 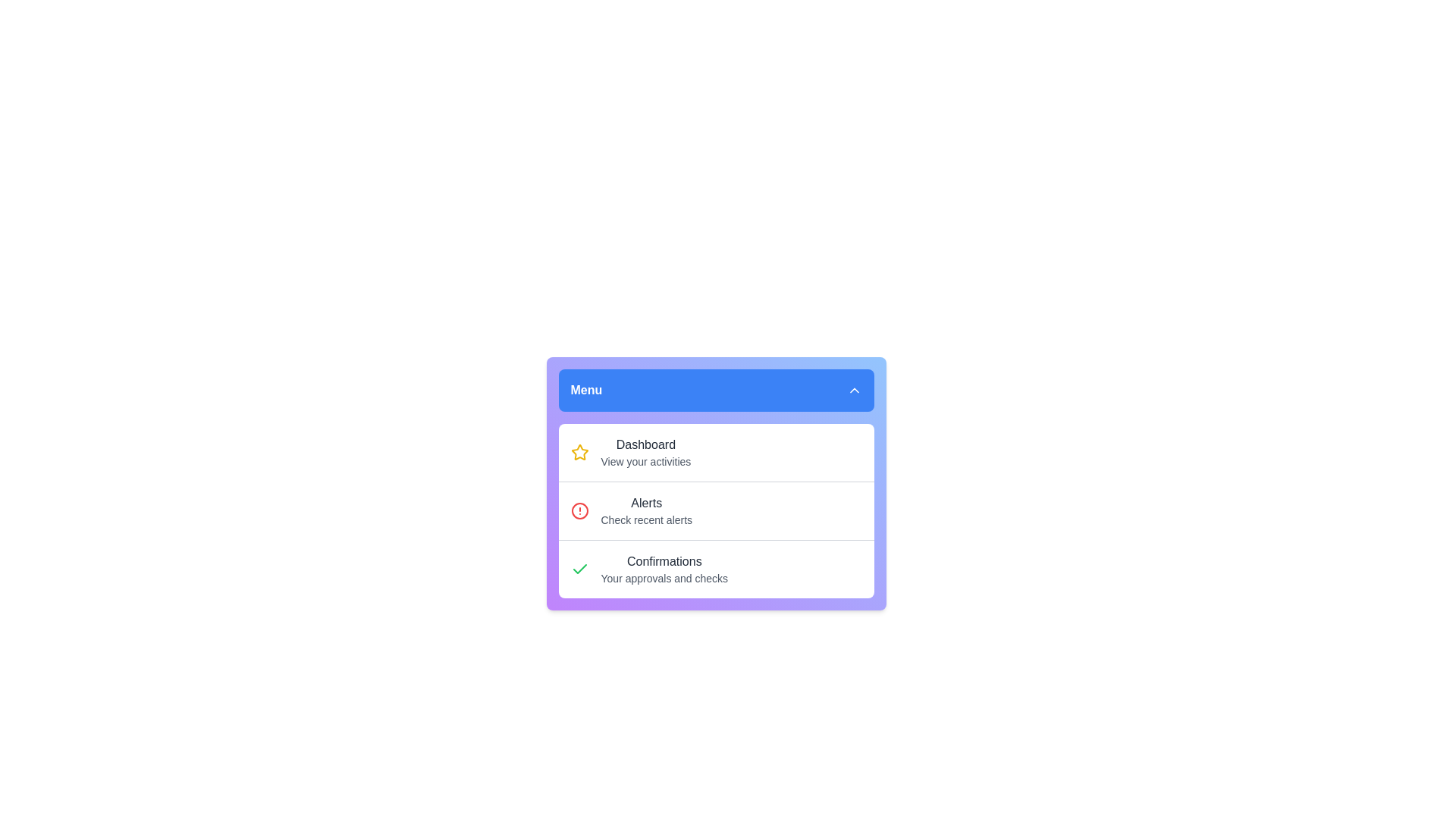 I want to click on the 'Alerts' list item within the menu component, which displays recent alert information, located in the gradient-styled panel between 'Dashboard' and 'Confirmations', so click(x=715, y=483).